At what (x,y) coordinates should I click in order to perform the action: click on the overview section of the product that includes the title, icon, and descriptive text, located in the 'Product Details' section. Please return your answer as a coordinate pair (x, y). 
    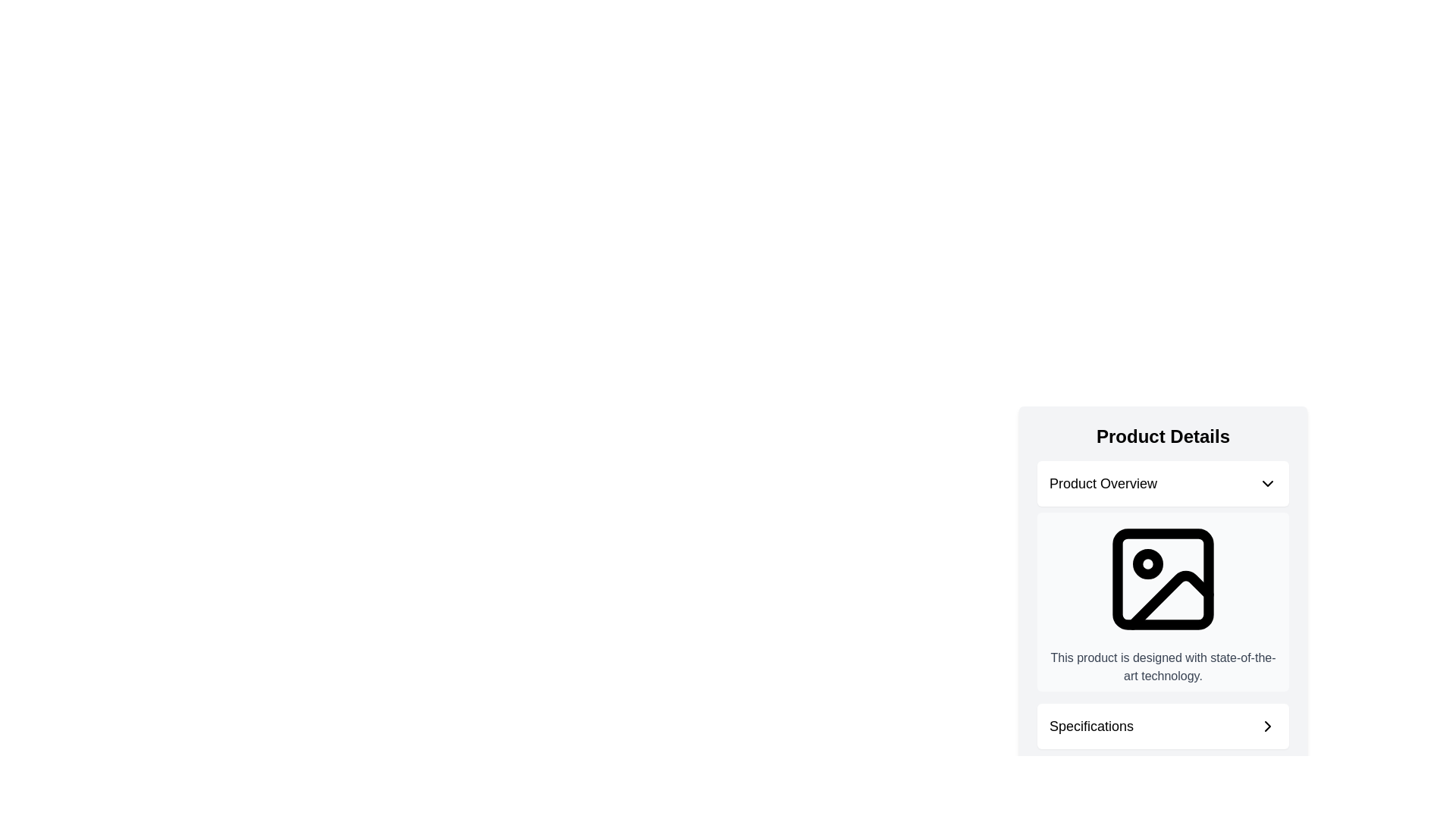
    Looking at the image, I should click on (1163, 576).